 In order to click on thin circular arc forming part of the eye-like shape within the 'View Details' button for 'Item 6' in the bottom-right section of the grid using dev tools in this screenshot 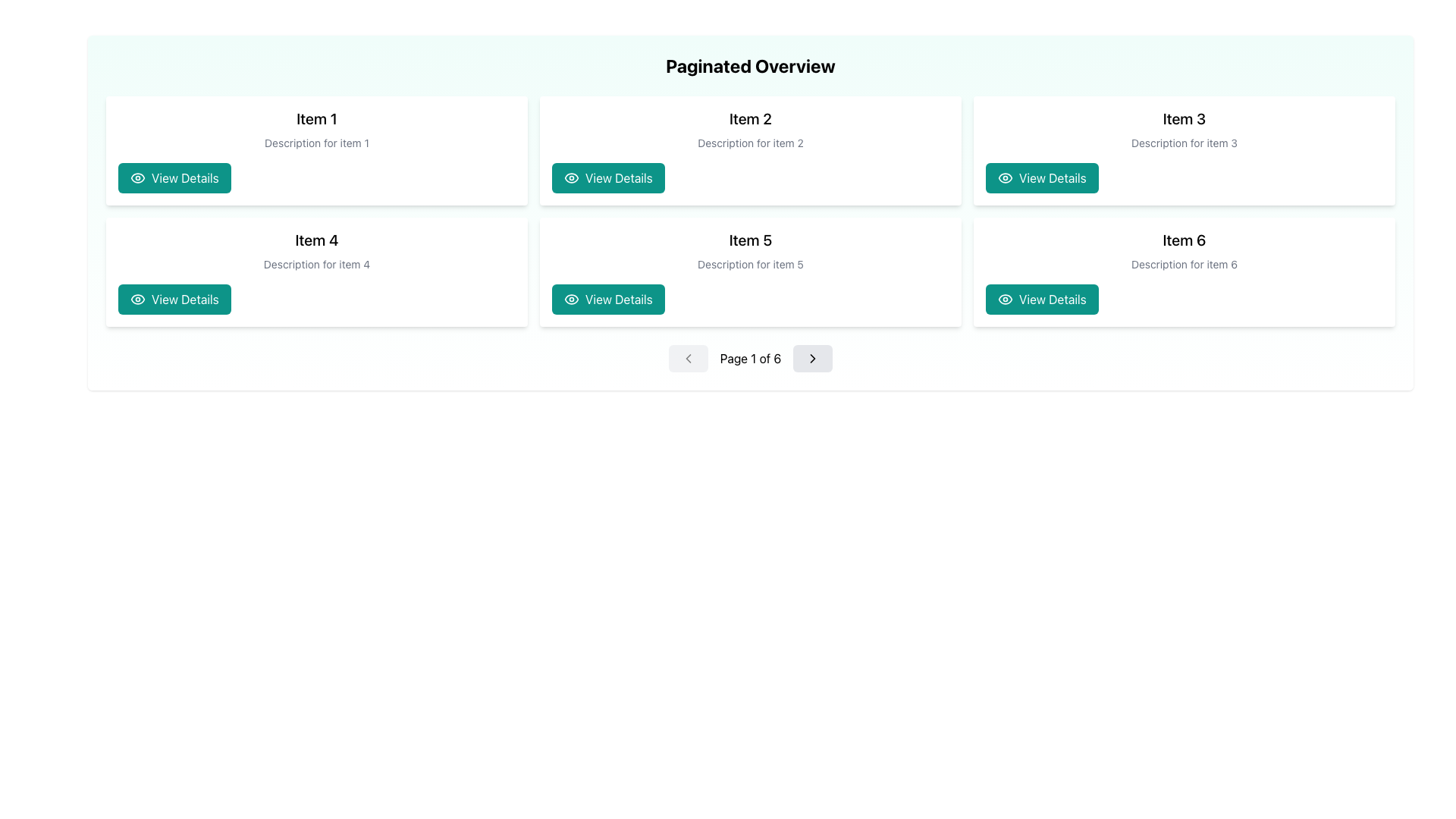, I will do `click(1005, 299)`.